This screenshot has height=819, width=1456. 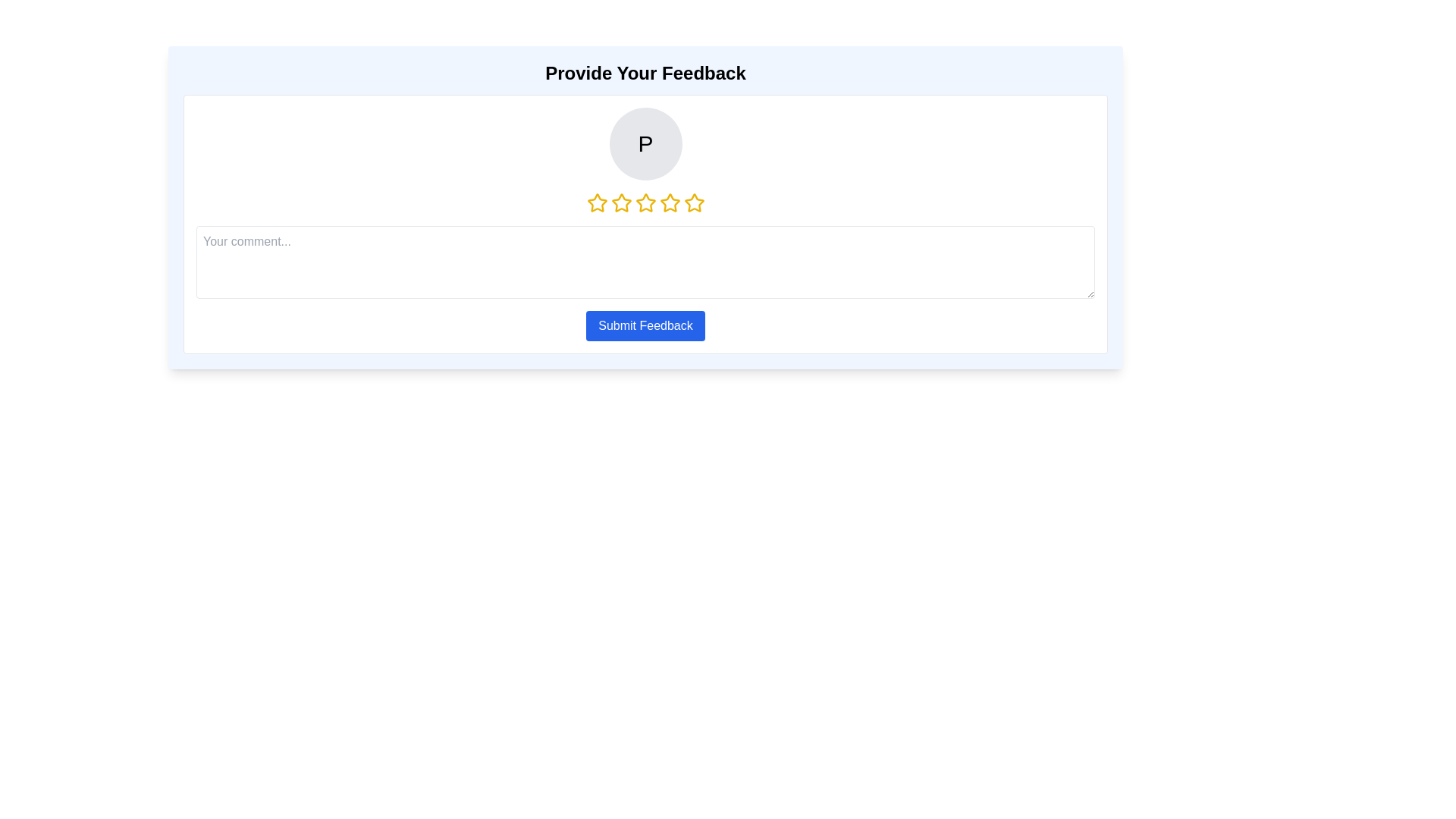 What do you see at coordinates (645, 262) in the screenshot?
I see `the comment box and type the text 'This is a test comment.'` at bounding box center [645, 262].